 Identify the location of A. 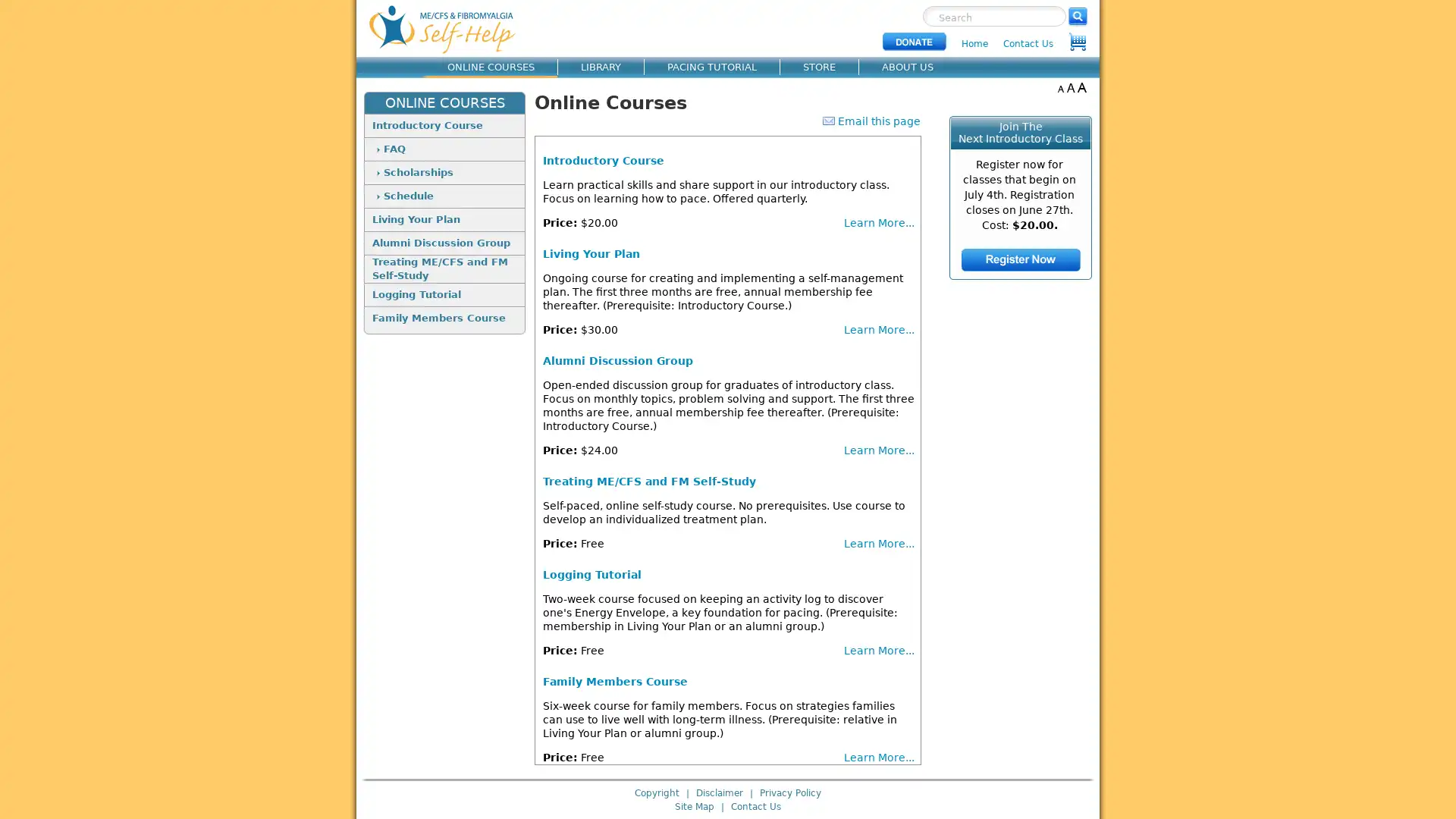
(1081, 87).